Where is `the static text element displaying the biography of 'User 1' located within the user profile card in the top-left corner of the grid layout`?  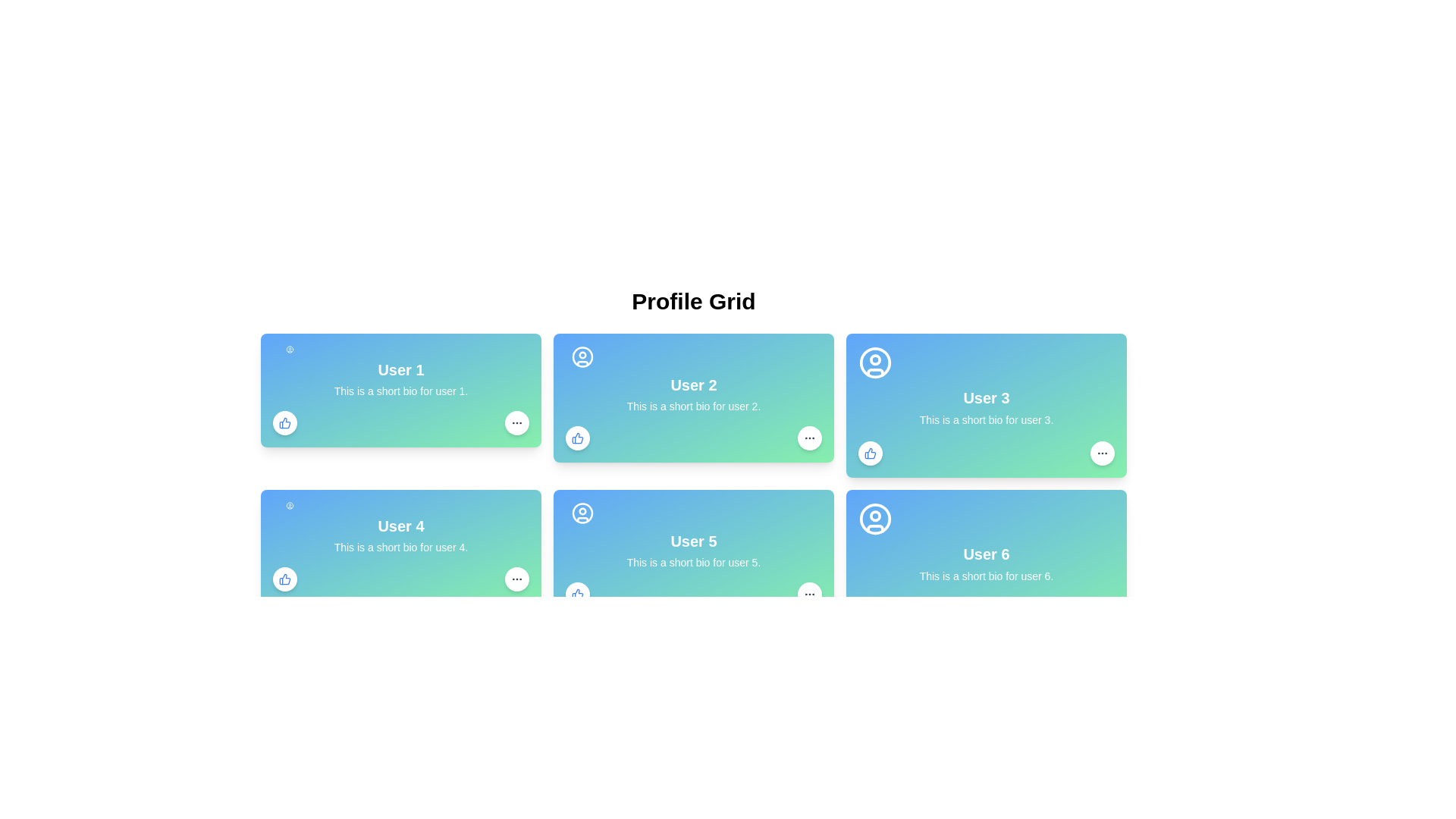 the static text element displaying the biography of 'User 1' located within the user profile card in the top-left corner of the grid layout is located at coordinates (400, 391).